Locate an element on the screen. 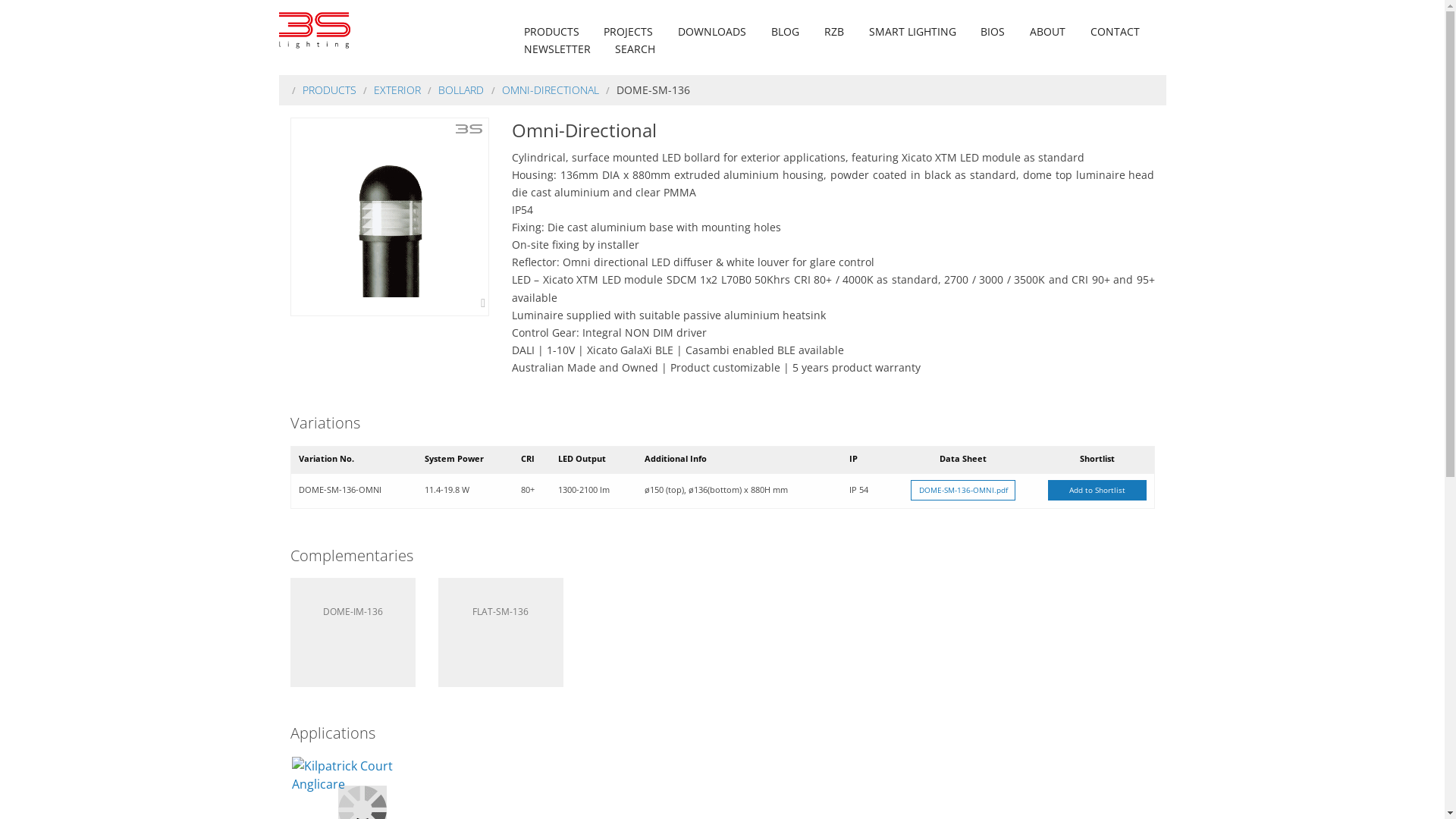  'BLOG' is located at coordinates (785, 31).